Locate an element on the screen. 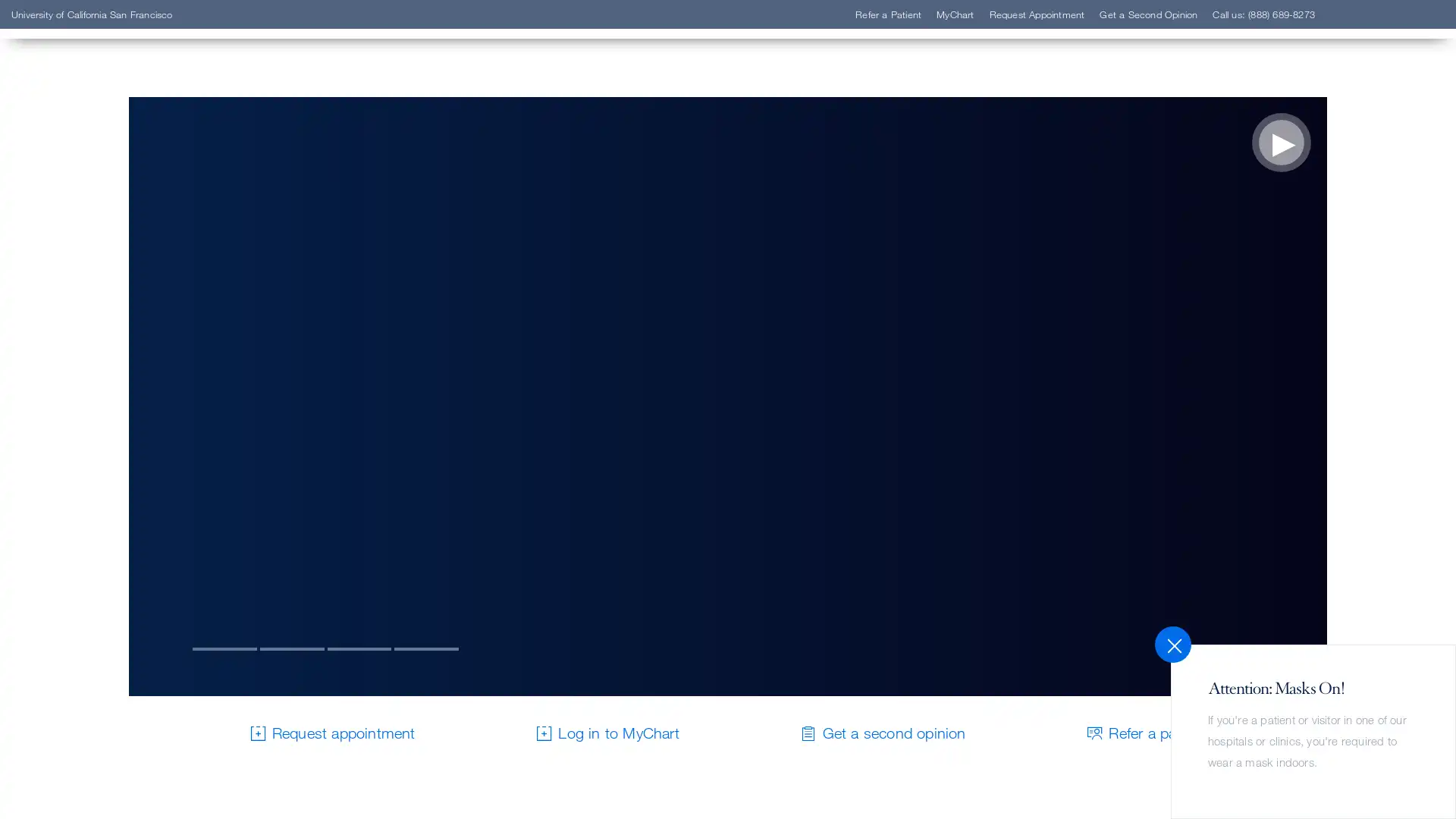 This screenshot has width=1456, height=819. Clinics is located at coordinates (82, 268).